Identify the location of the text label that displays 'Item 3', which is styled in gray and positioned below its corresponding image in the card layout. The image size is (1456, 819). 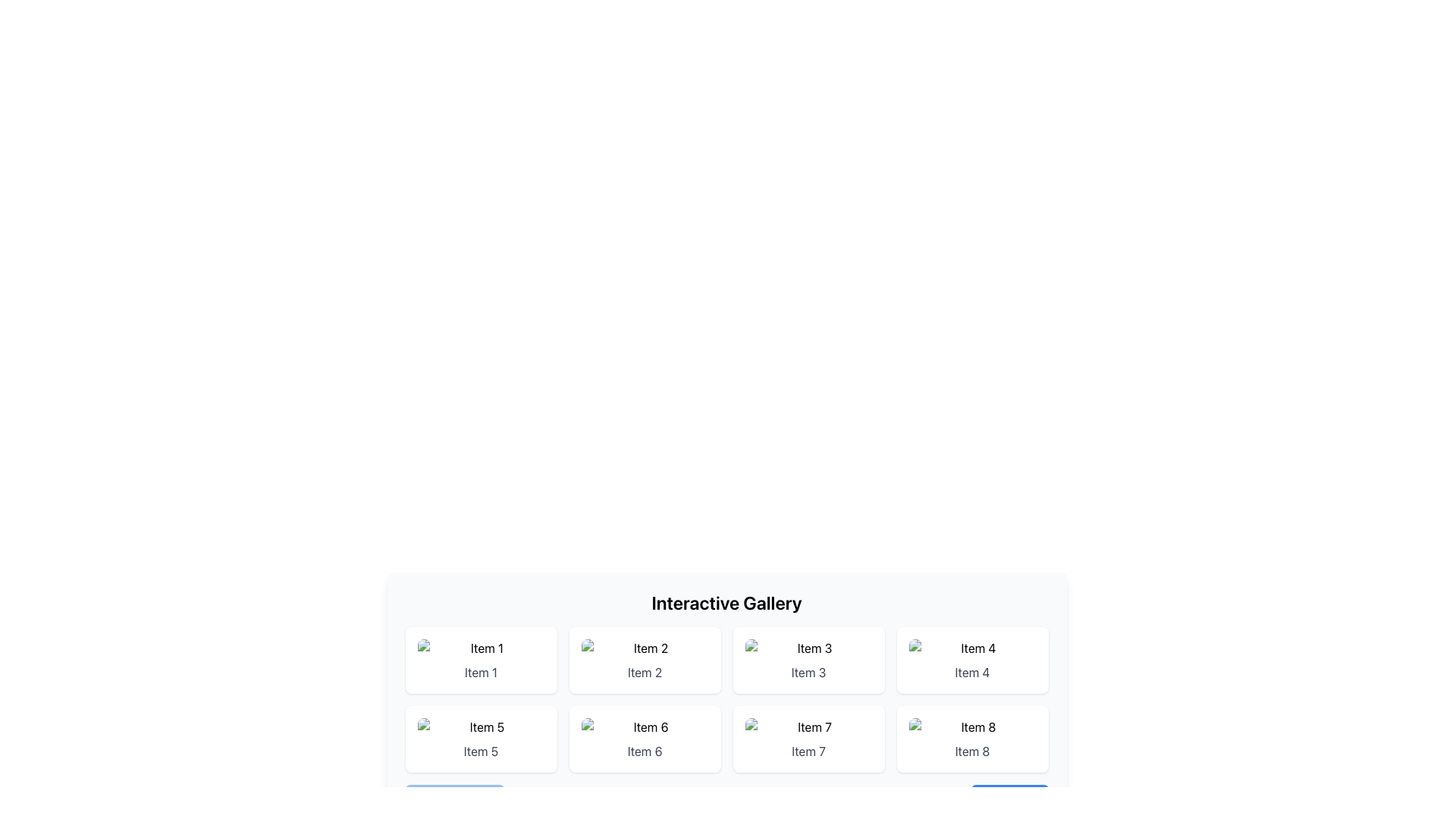
(808, 672).